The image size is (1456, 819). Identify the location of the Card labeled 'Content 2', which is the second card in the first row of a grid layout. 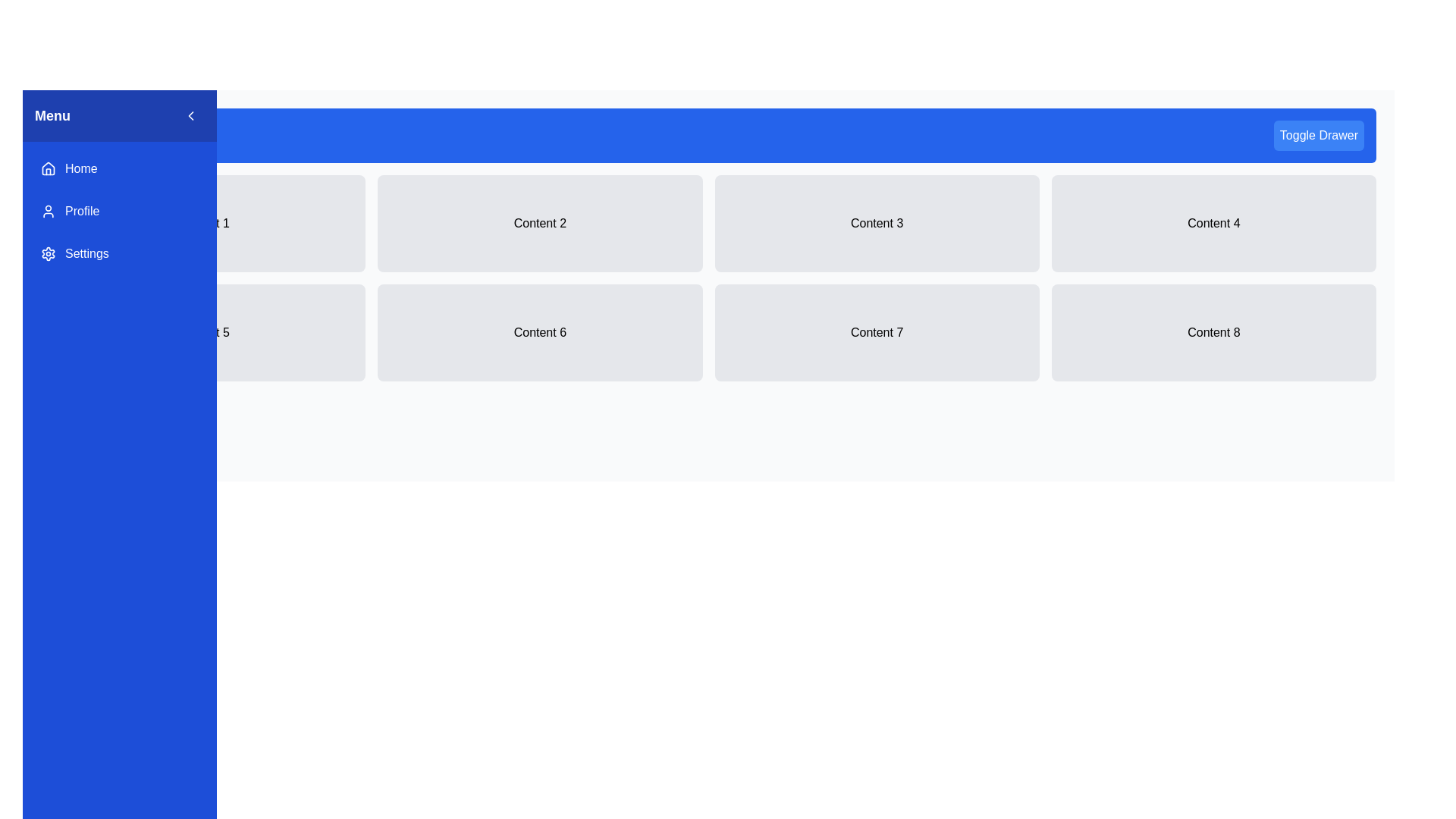
(540, 223).